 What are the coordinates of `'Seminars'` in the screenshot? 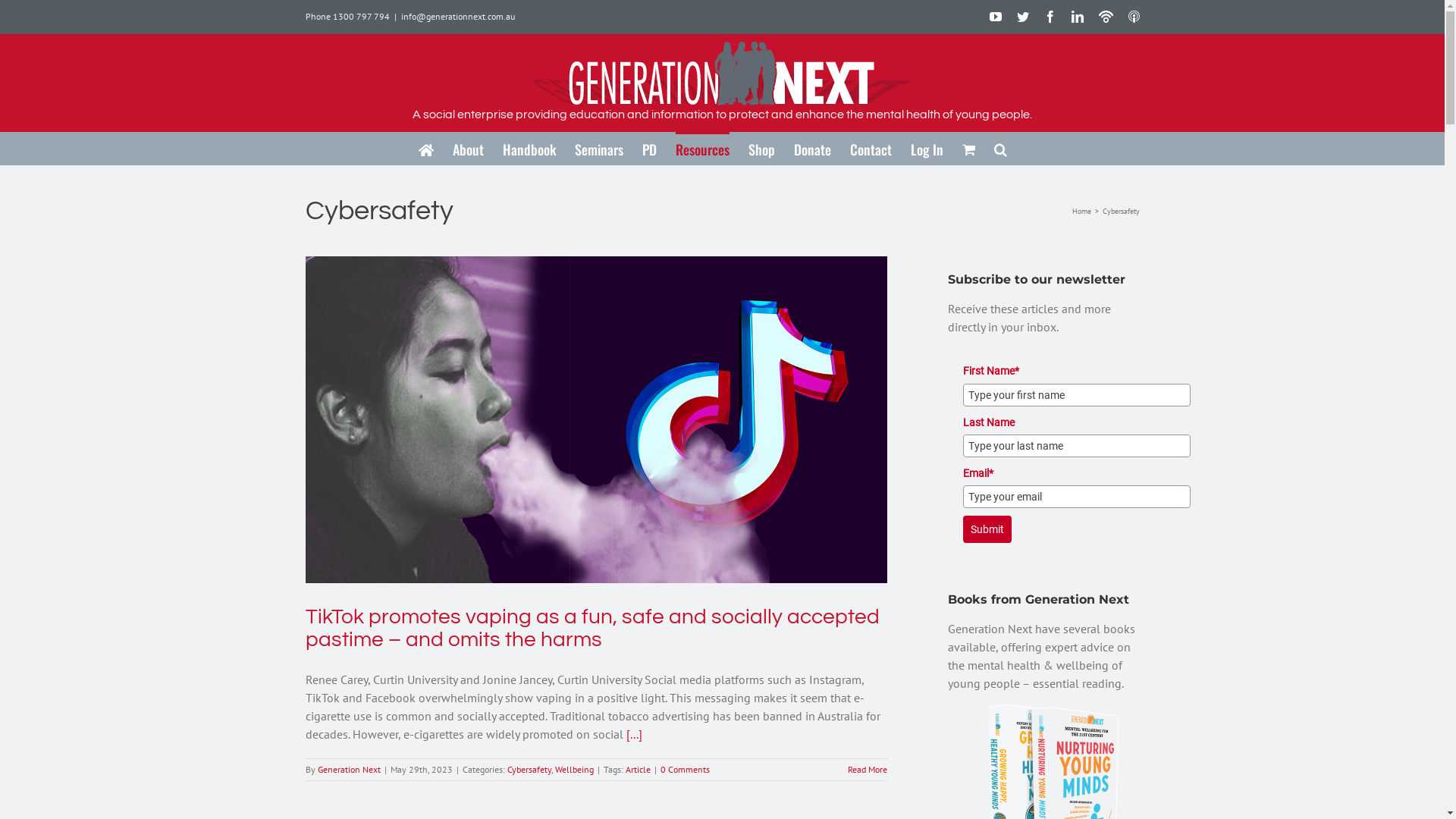 It's located at (598, 148).